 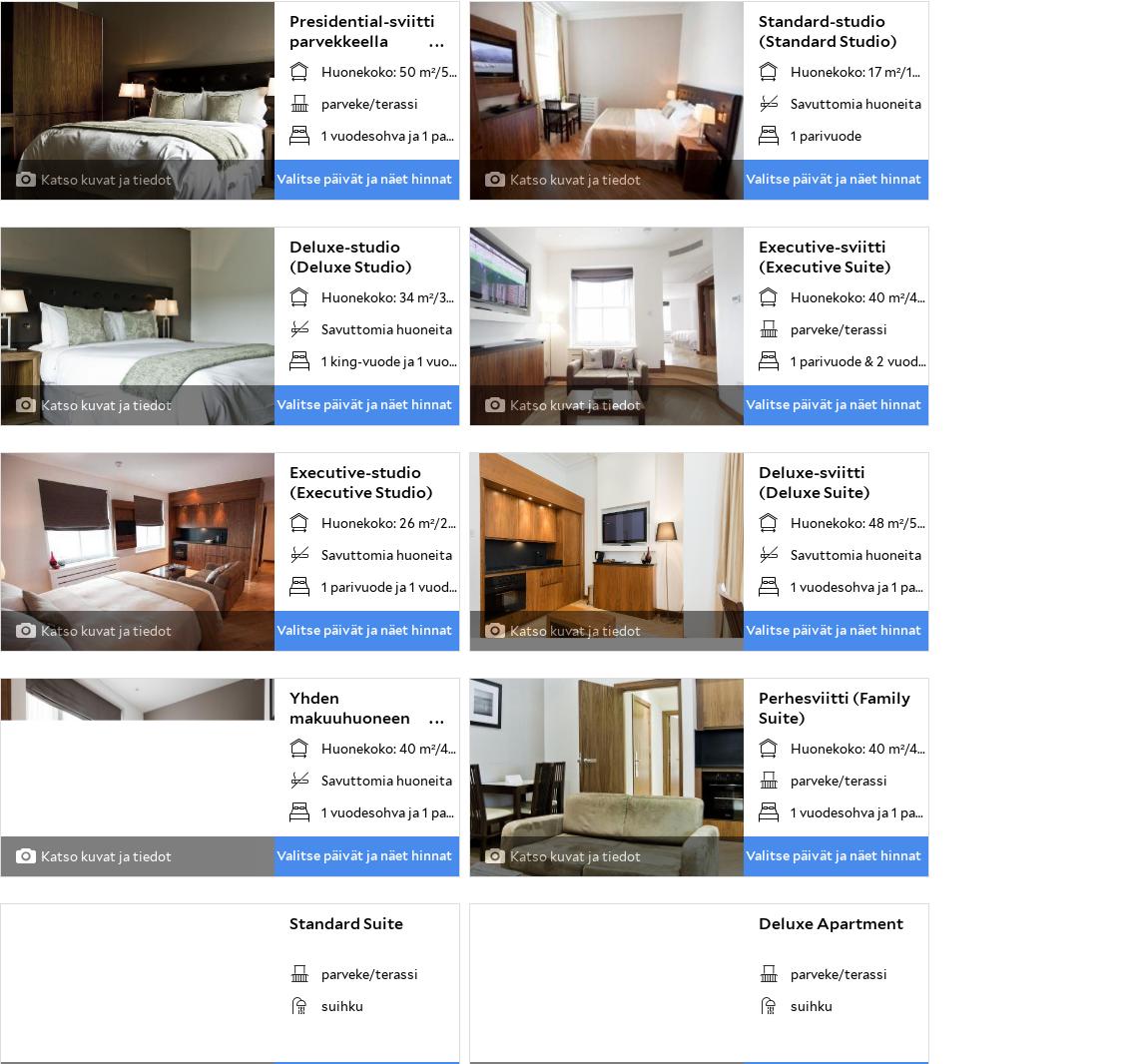 I want to click on 'Deluxe-sviitti (Deluxe Suite)', so click(x=757, y=482).